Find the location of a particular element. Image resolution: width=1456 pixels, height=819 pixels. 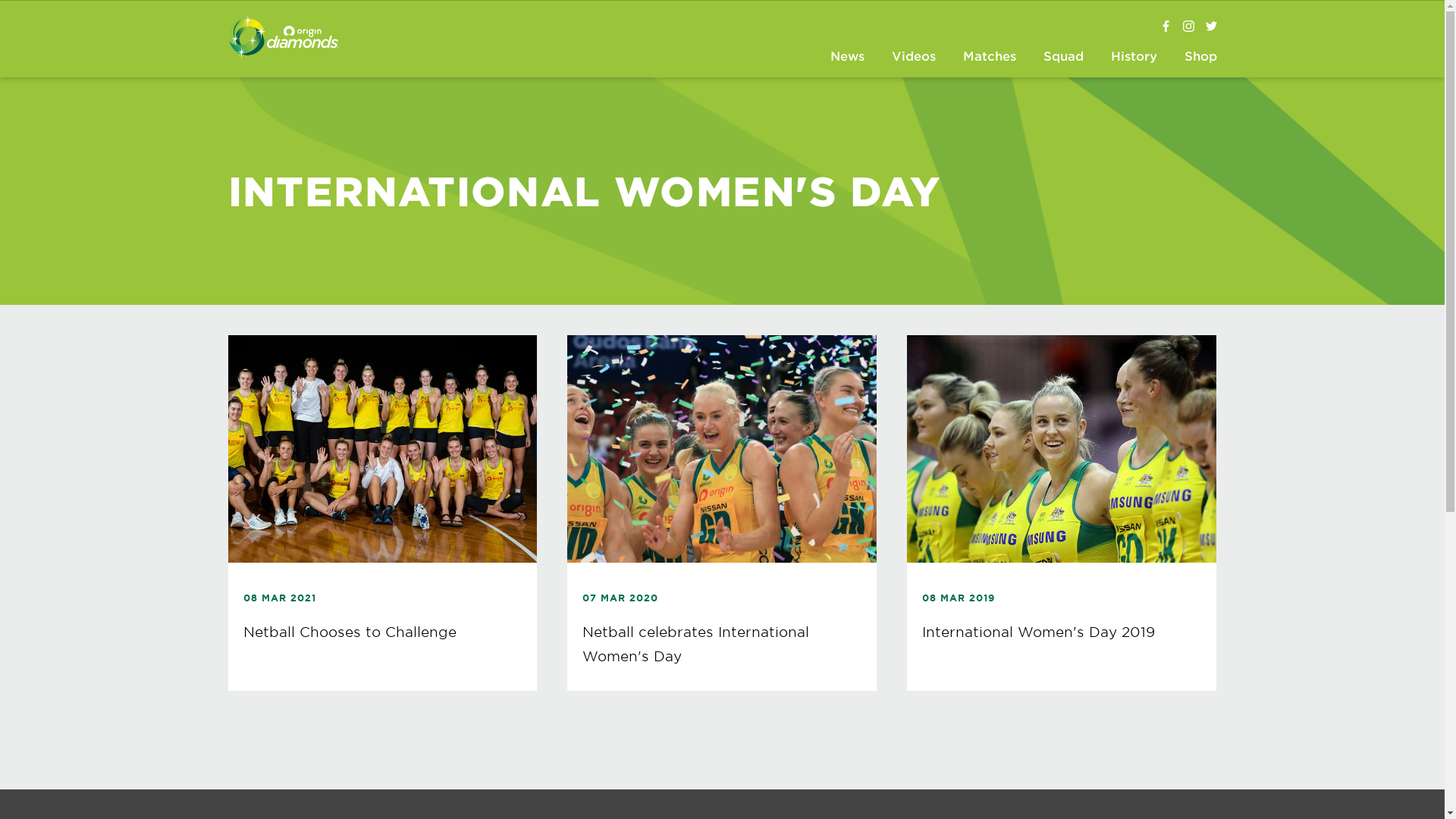

'Shop' is located at coordinates (1171, 57).